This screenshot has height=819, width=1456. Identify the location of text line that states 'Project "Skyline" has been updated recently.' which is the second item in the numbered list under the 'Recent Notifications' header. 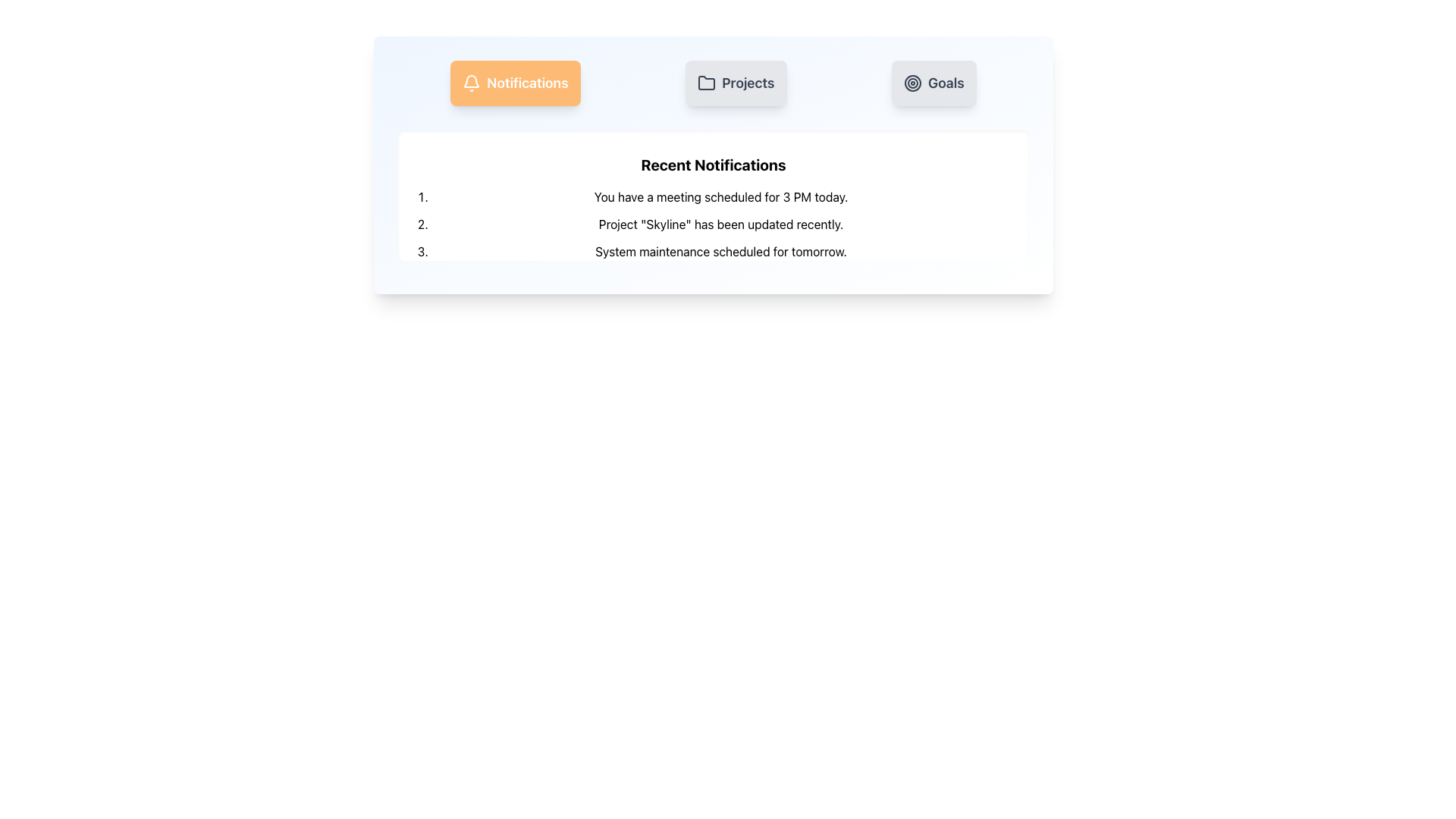
(720, 224).